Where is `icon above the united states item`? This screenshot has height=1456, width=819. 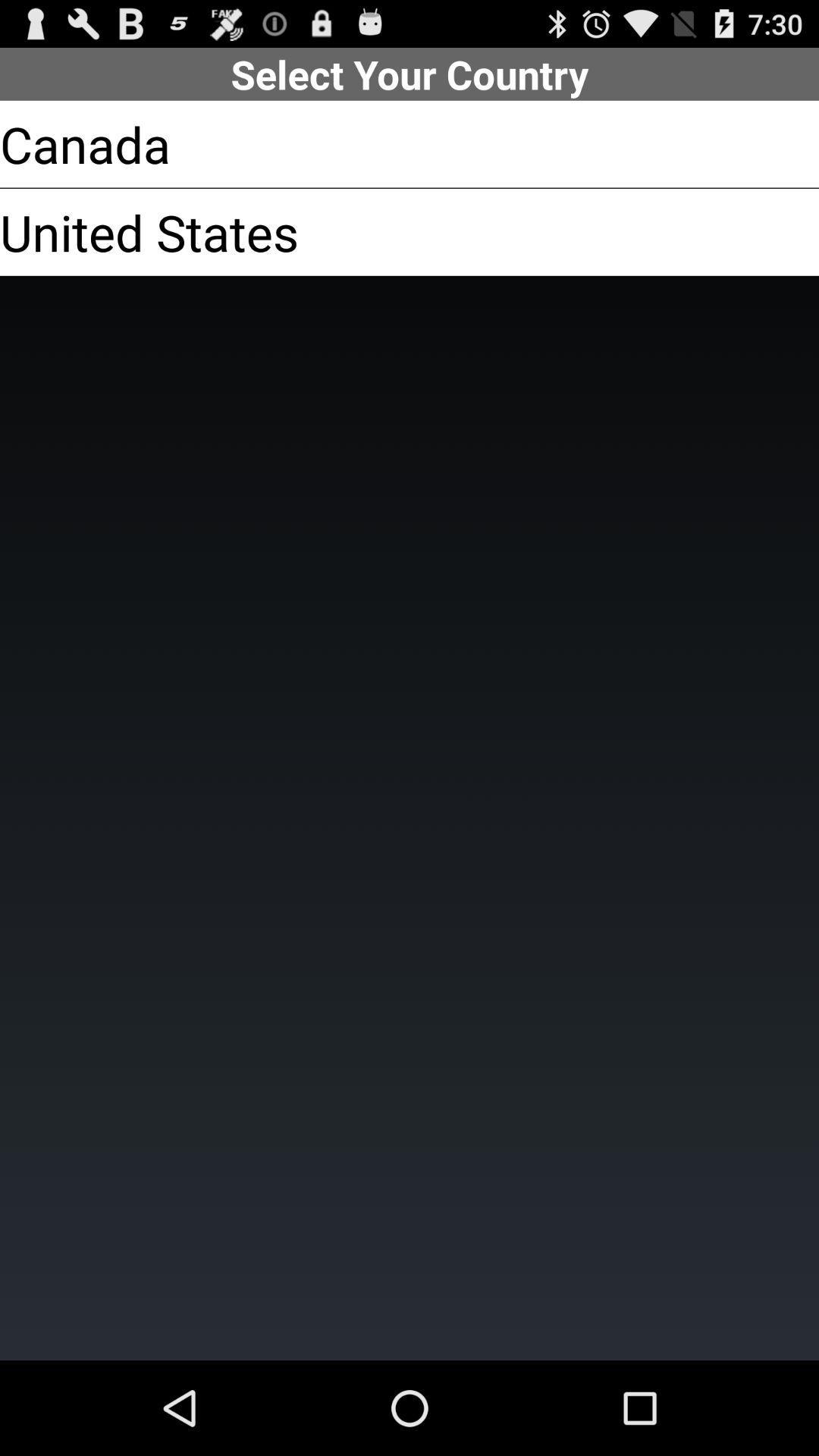 icon above the united states item is located at coordinates (85, 144).